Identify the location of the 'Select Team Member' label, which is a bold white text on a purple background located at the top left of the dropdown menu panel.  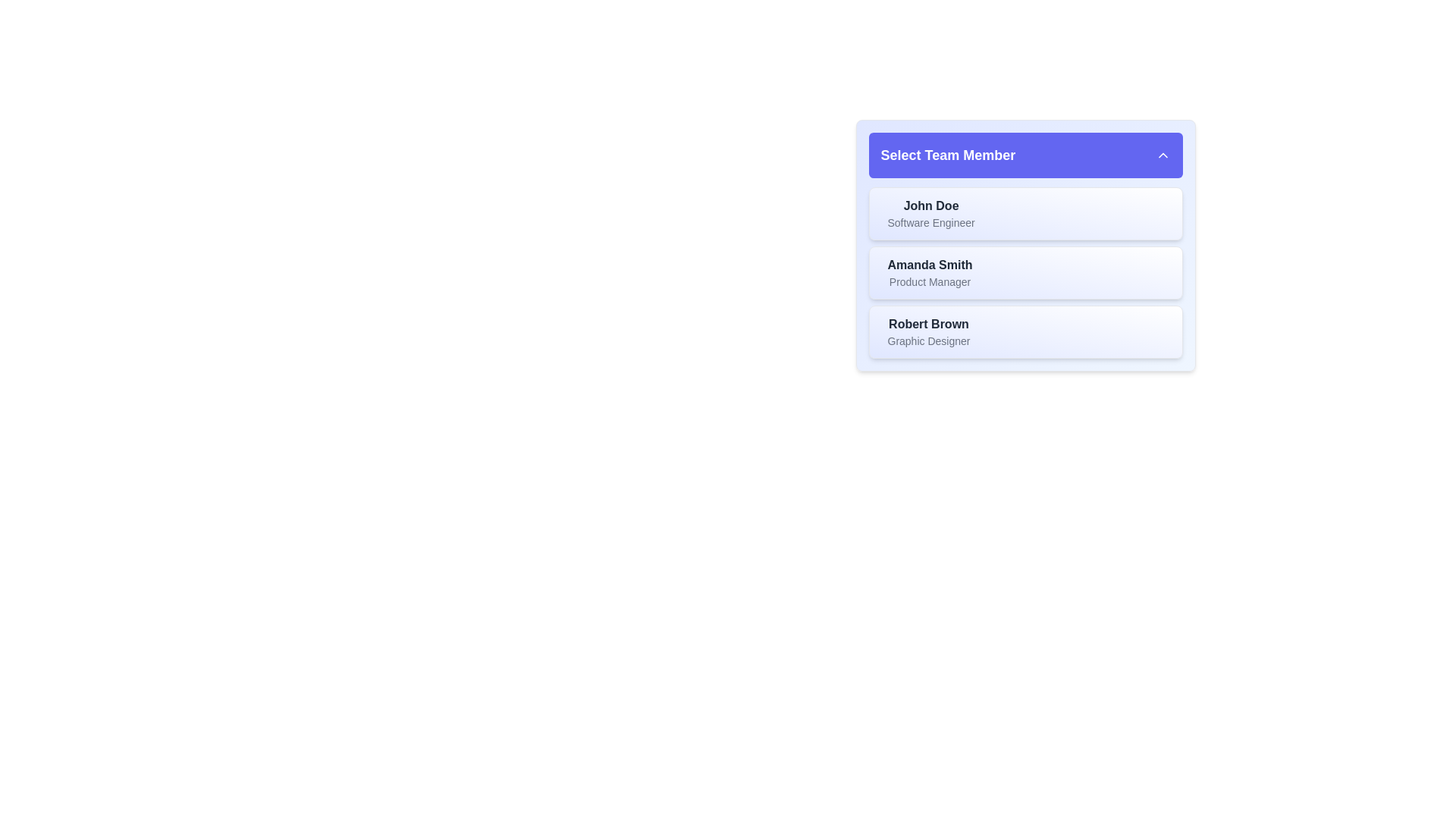
(947, 155).